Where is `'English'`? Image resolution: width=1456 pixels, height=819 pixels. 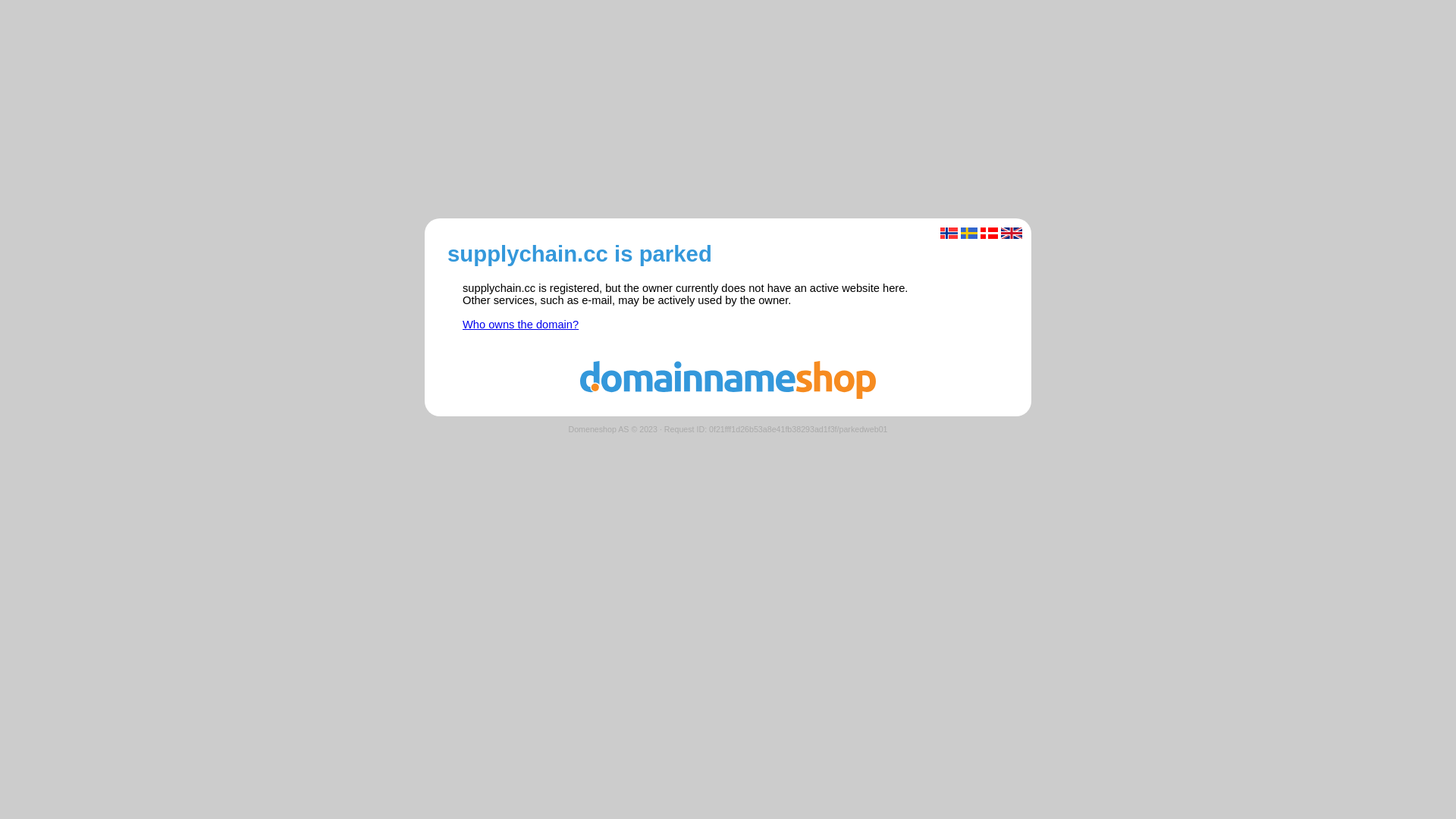
'English' is located at coordinates (1001, 233).